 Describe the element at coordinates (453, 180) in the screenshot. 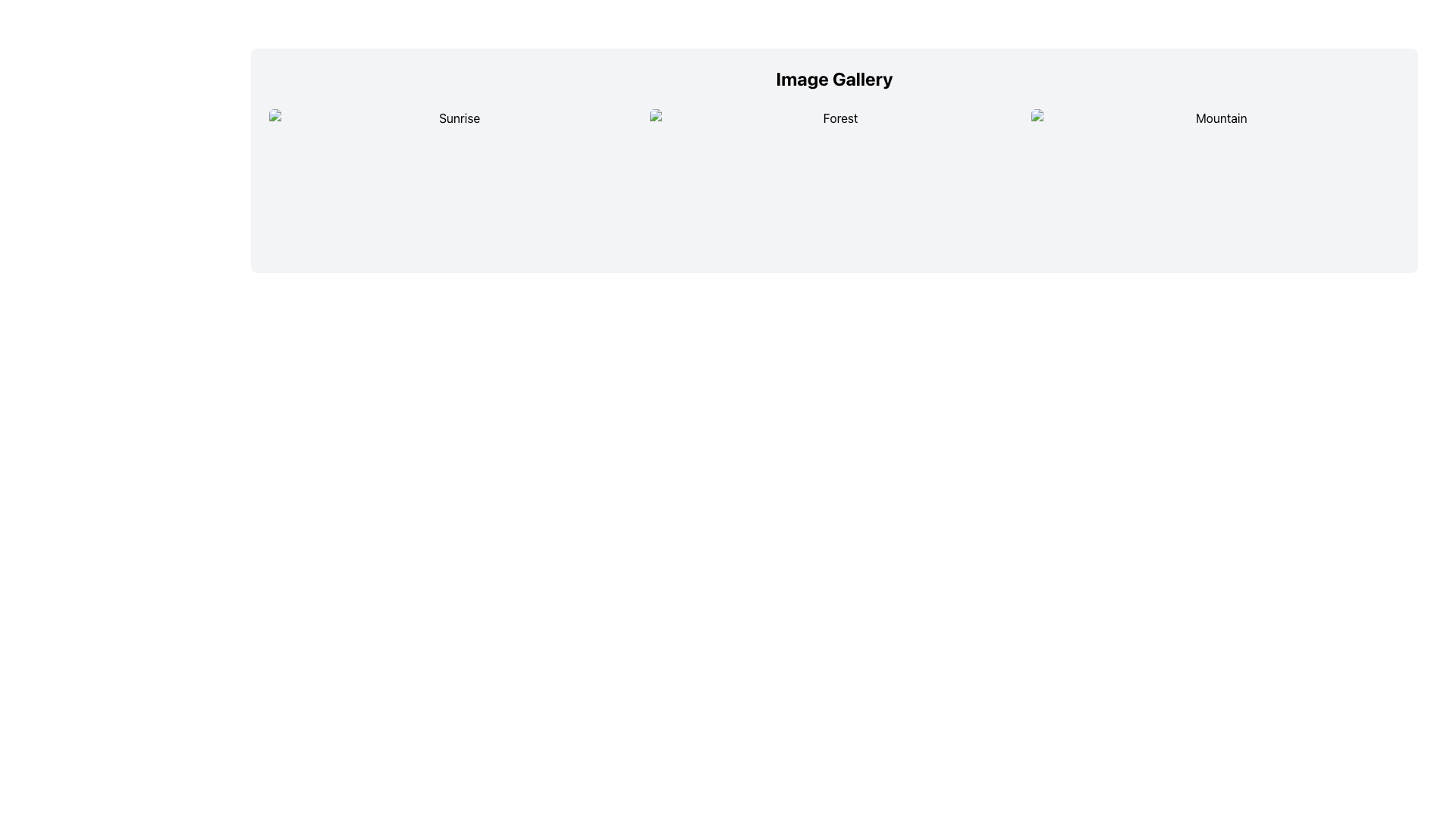

I see `the 'Sunrise' image card located in the 'Image Gallery' section, which is the first card in a row of three cards` at that location.